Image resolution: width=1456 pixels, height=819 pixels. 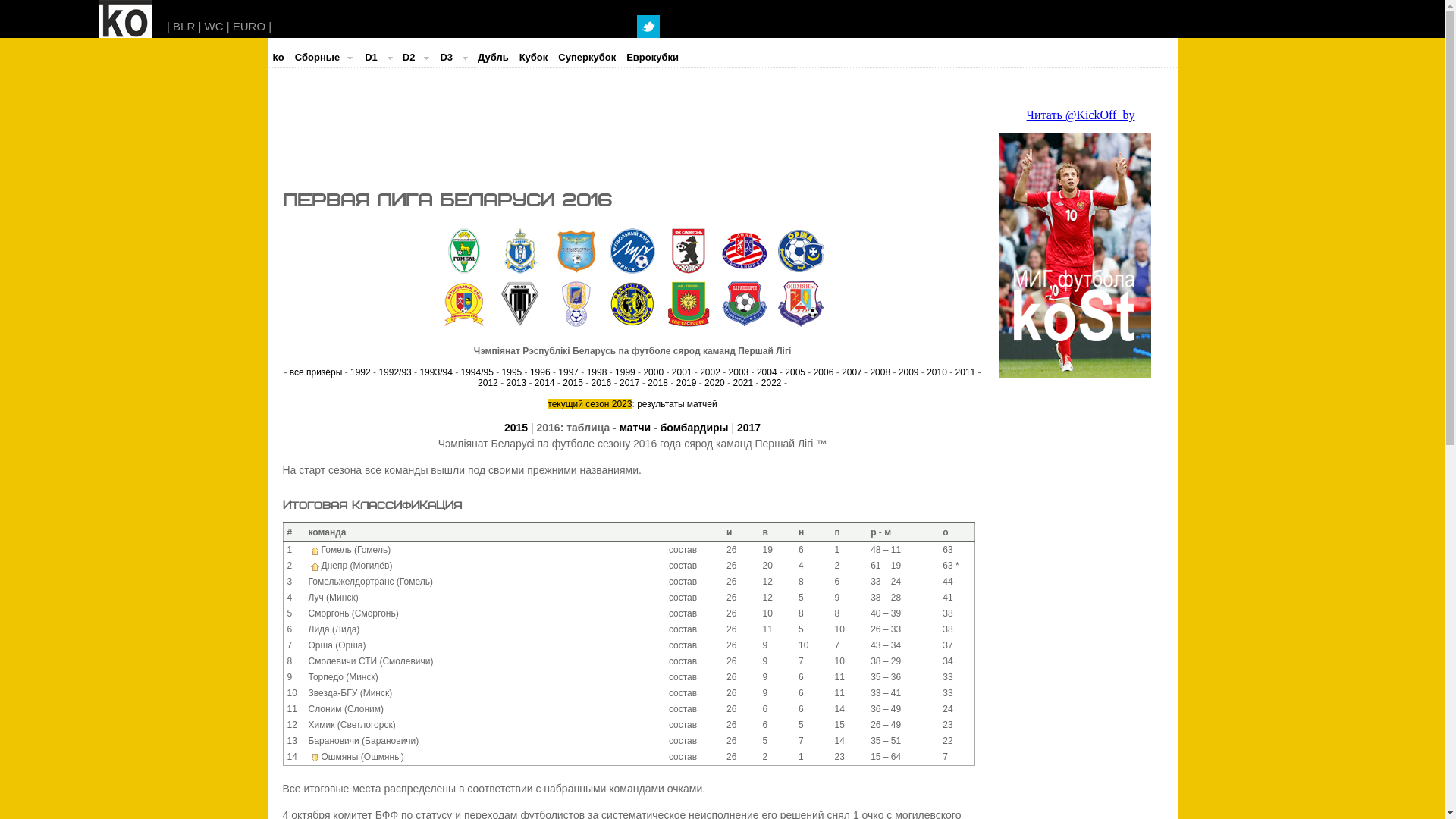 I want to click on '2011', so click(x=965, y=372).